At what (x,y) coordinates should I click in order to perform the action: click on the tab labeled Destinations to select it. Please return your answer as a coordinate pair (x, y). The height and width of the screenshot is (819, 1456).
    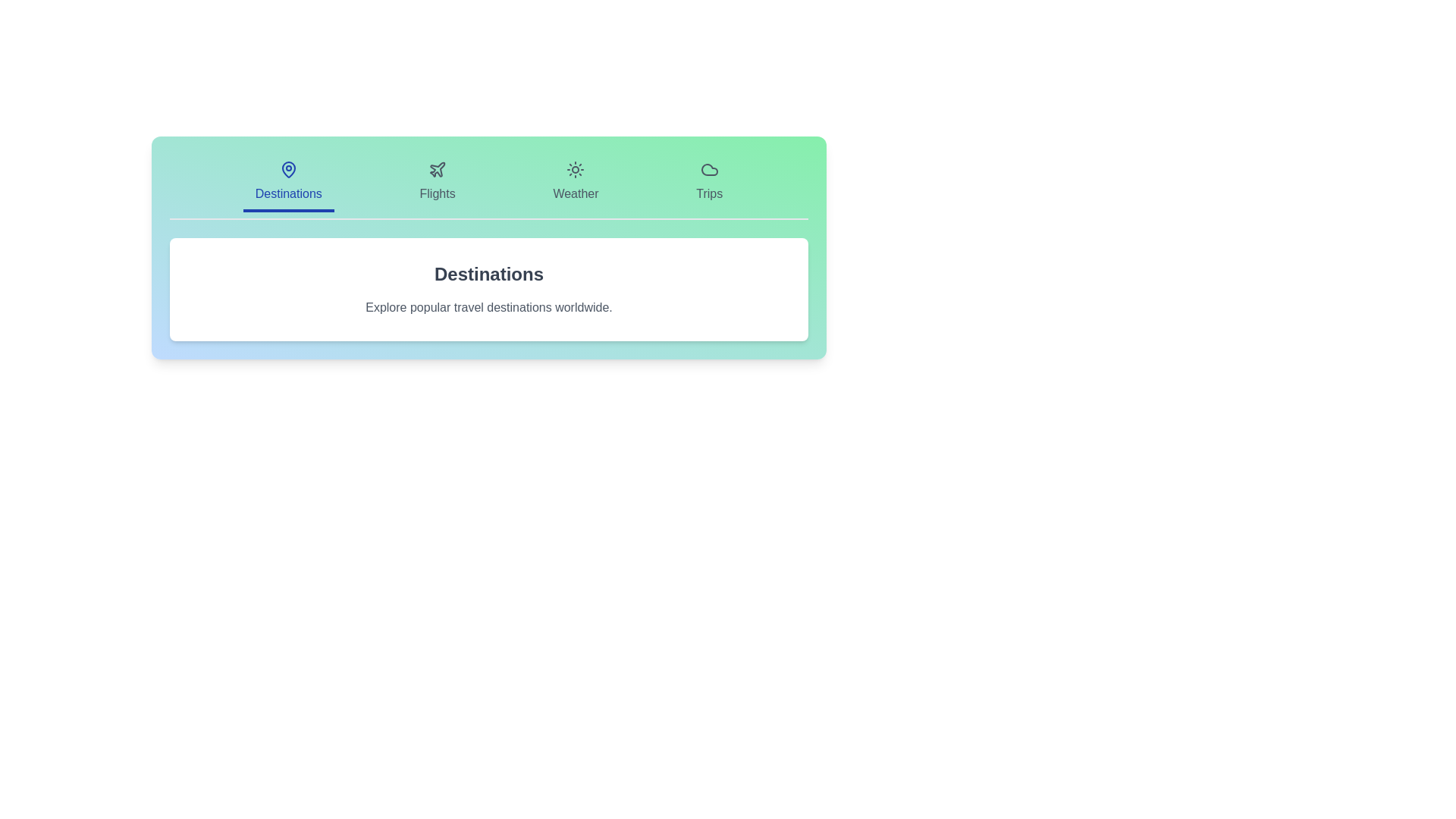
    Looking at the image, I should click on (288, 183).